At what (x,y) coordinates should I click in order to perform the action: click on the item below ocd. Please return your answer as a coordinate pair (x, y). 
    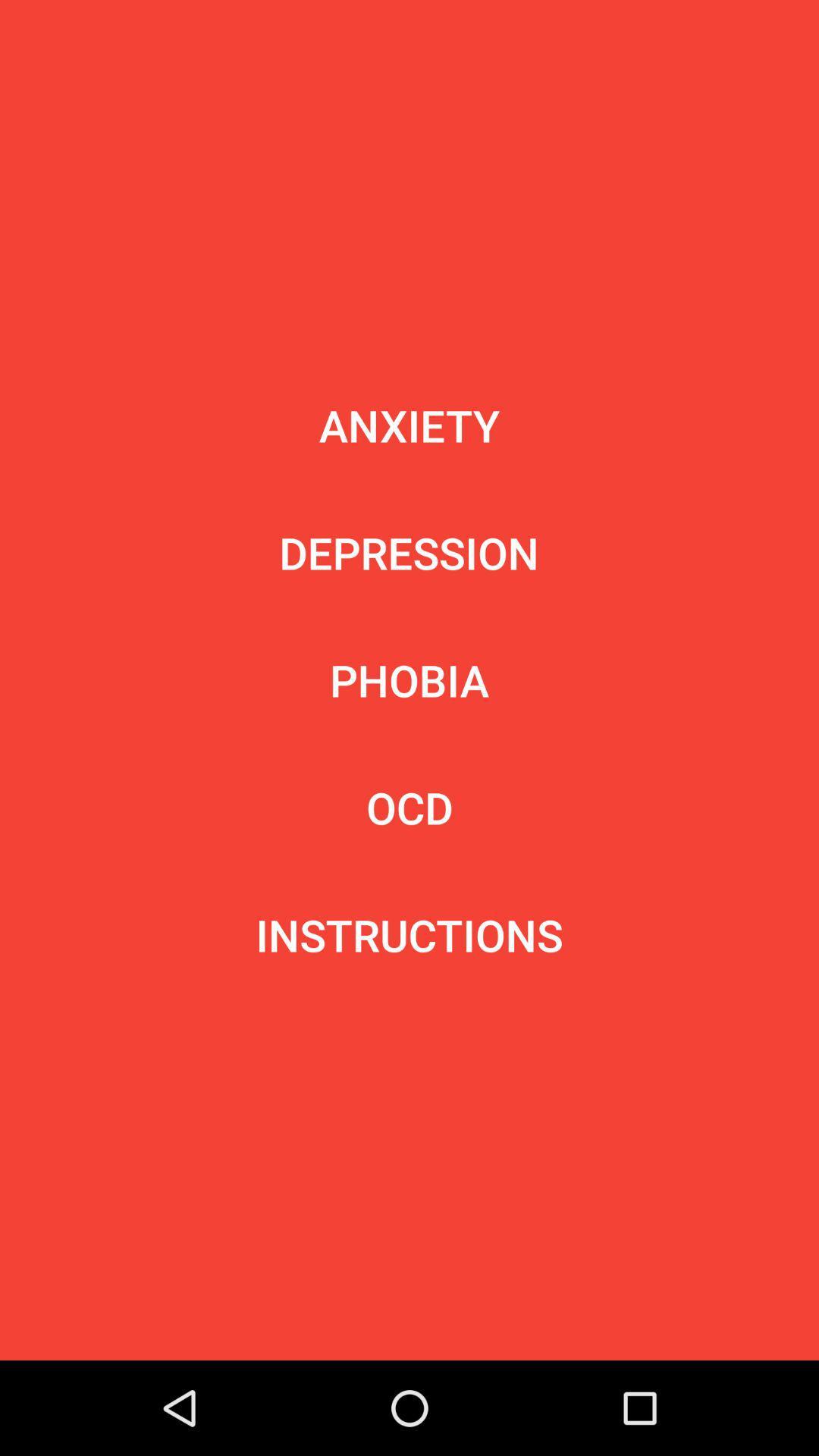
    Looking at the image, I should click on (409, 934).